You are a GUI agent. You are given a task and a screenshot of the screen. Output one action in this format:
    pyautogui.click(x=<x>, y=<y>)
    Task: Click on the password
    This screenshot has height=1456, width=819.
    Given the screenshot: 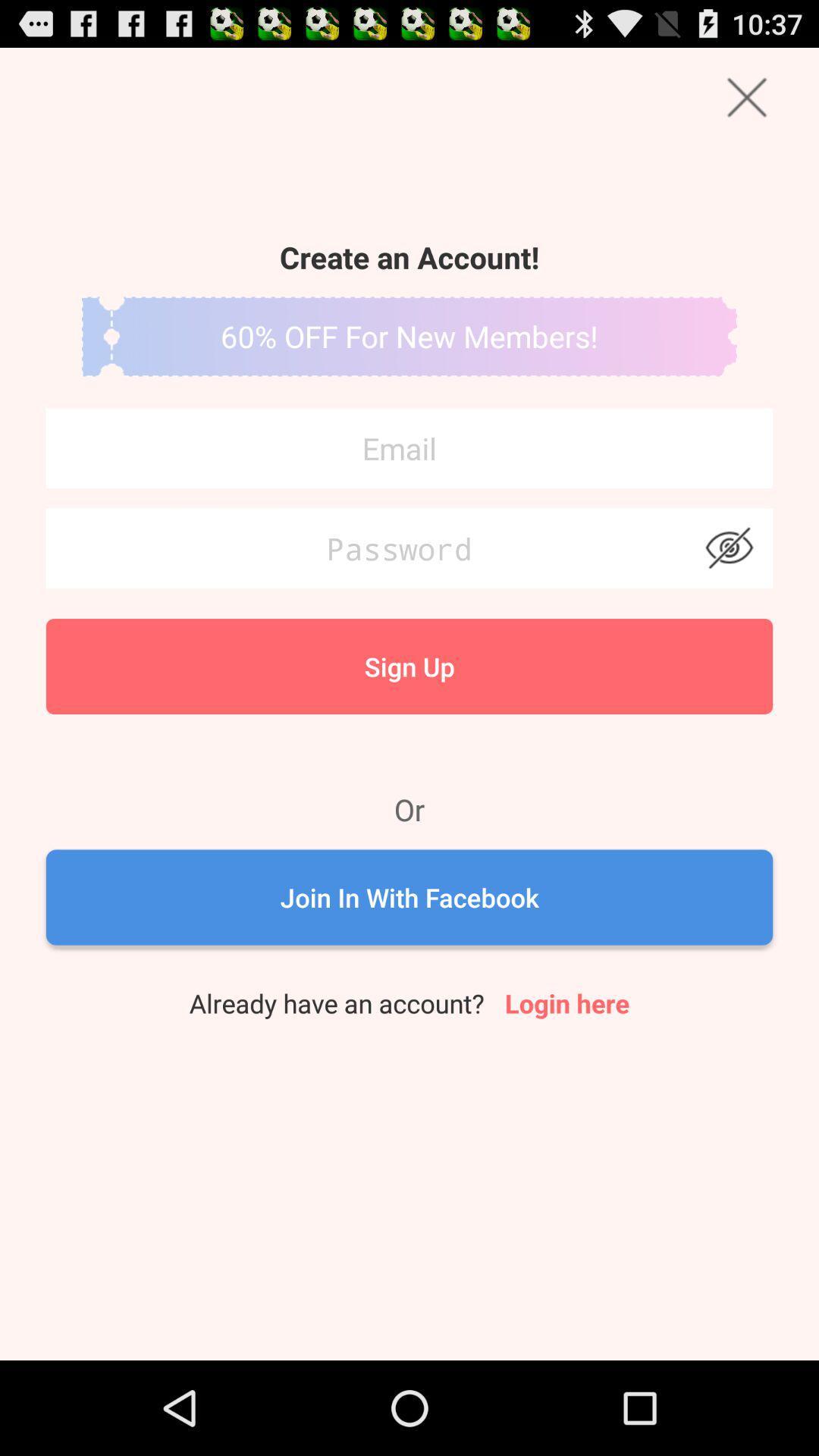 What is the action you would take?
    pyautogui.click(x=409, y=548)
    